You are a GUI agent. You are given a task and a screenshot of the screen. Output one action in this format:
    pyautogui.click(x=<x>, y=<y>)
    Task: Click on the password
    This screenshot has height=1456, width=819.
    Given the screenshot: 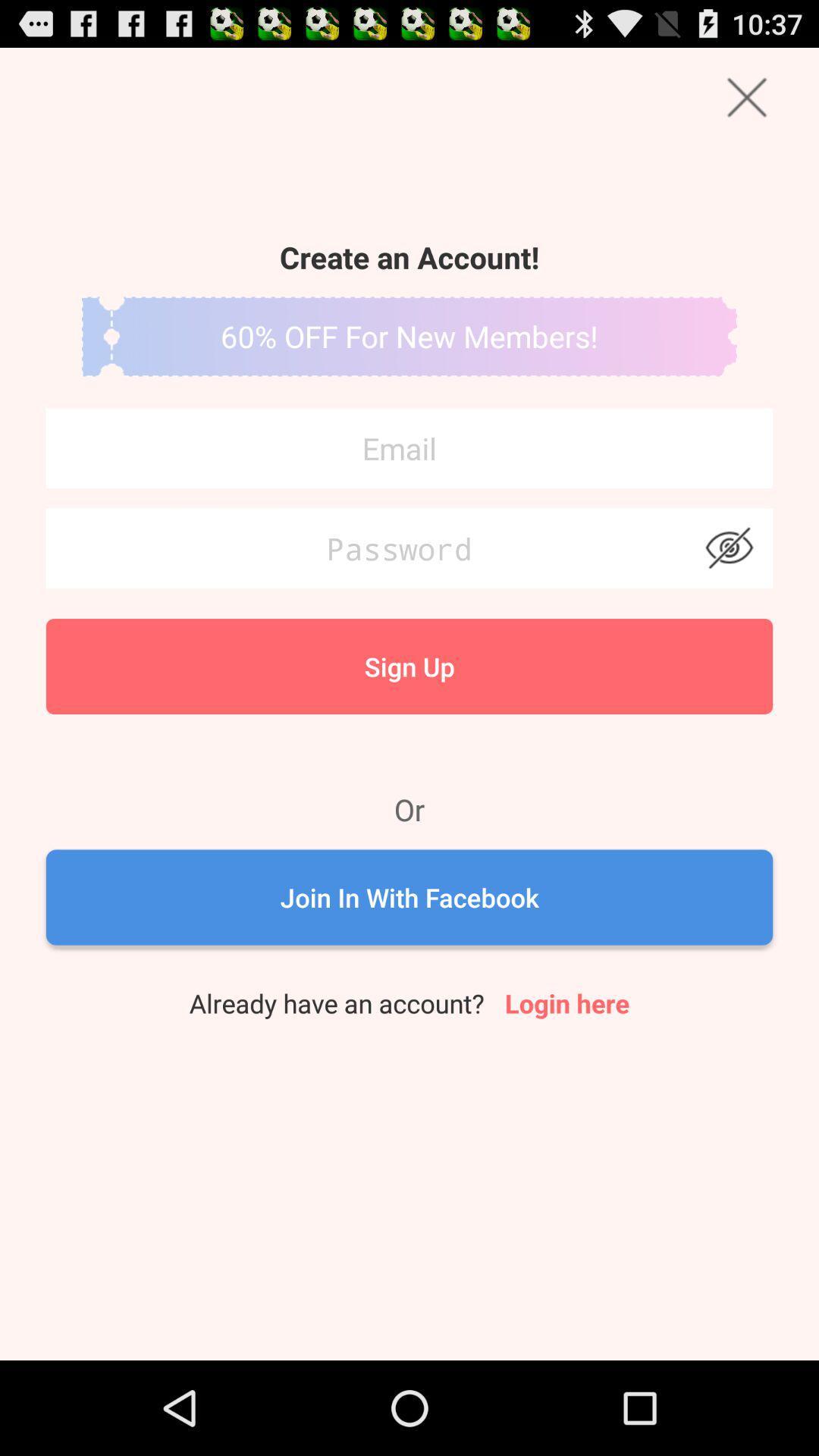 What is the action you would take?
    pyautogui.click(x=409, y=548)
    